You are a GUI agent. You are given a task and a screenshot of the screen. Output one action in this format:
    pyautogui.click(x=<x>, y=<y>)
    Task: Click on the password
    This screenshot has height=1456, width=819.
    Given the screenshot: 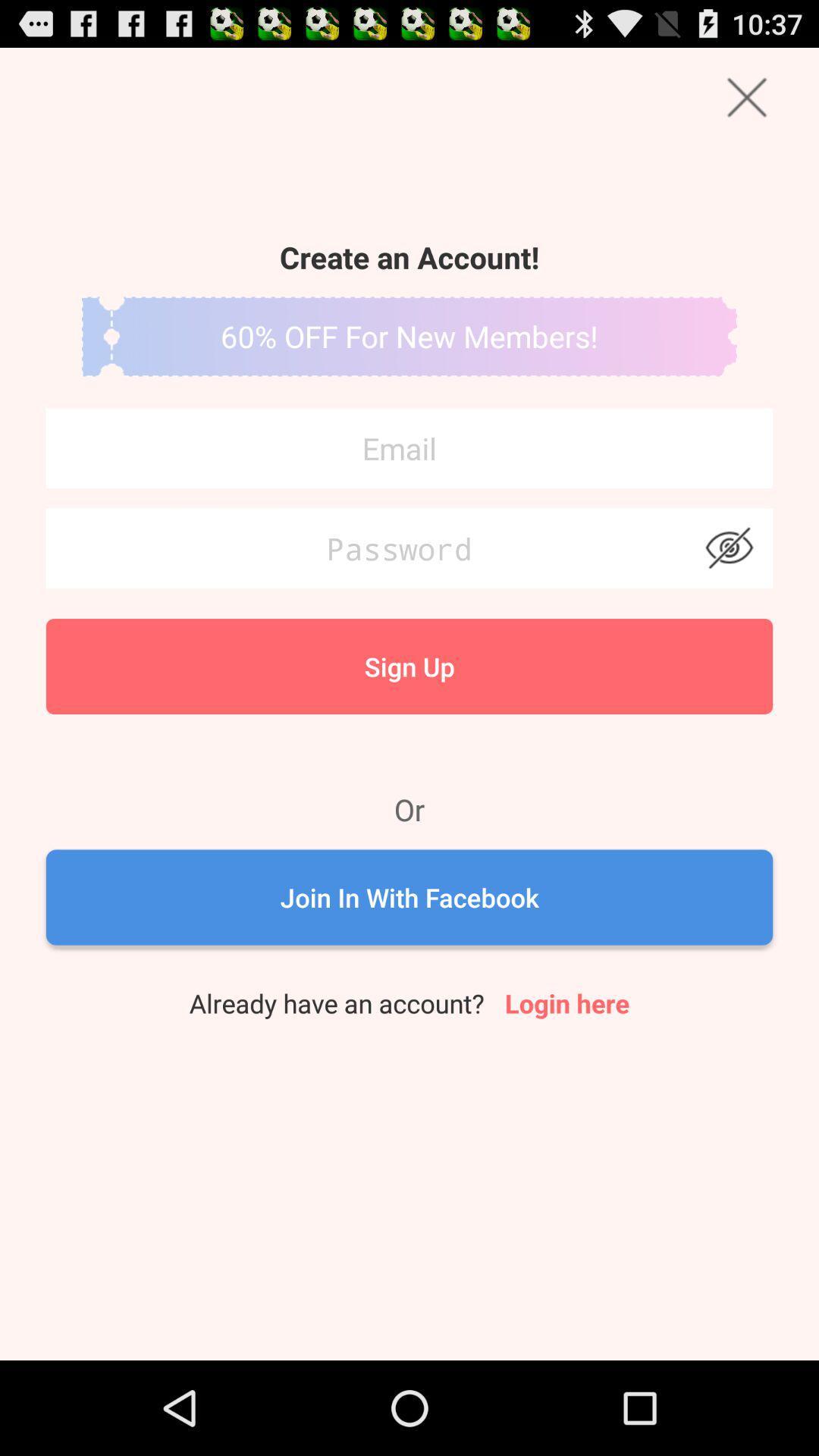 What is the action you would take?
    pyautogui.click(x=409, y=548)
    